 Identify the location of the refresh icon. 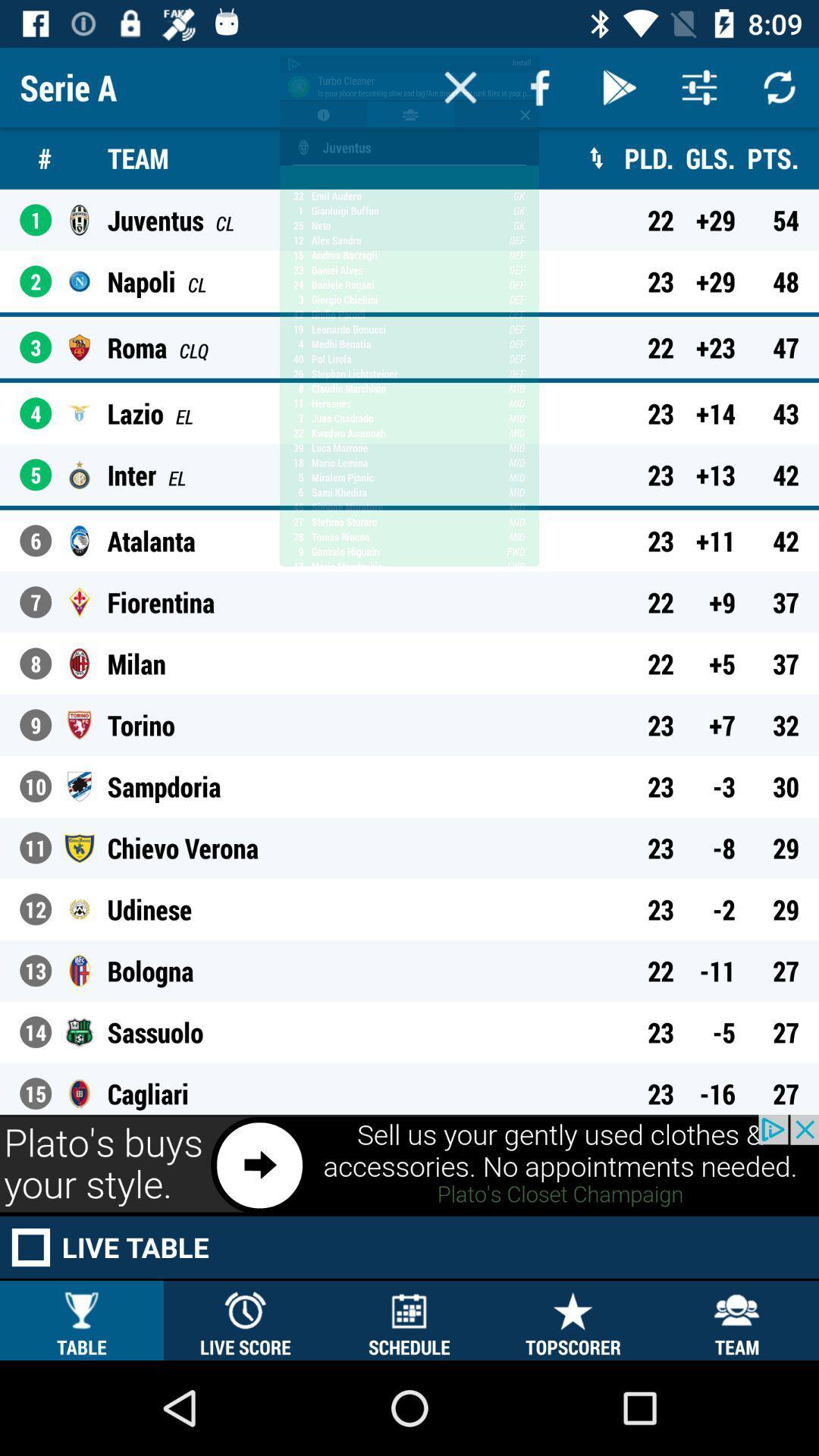
(779, 86).